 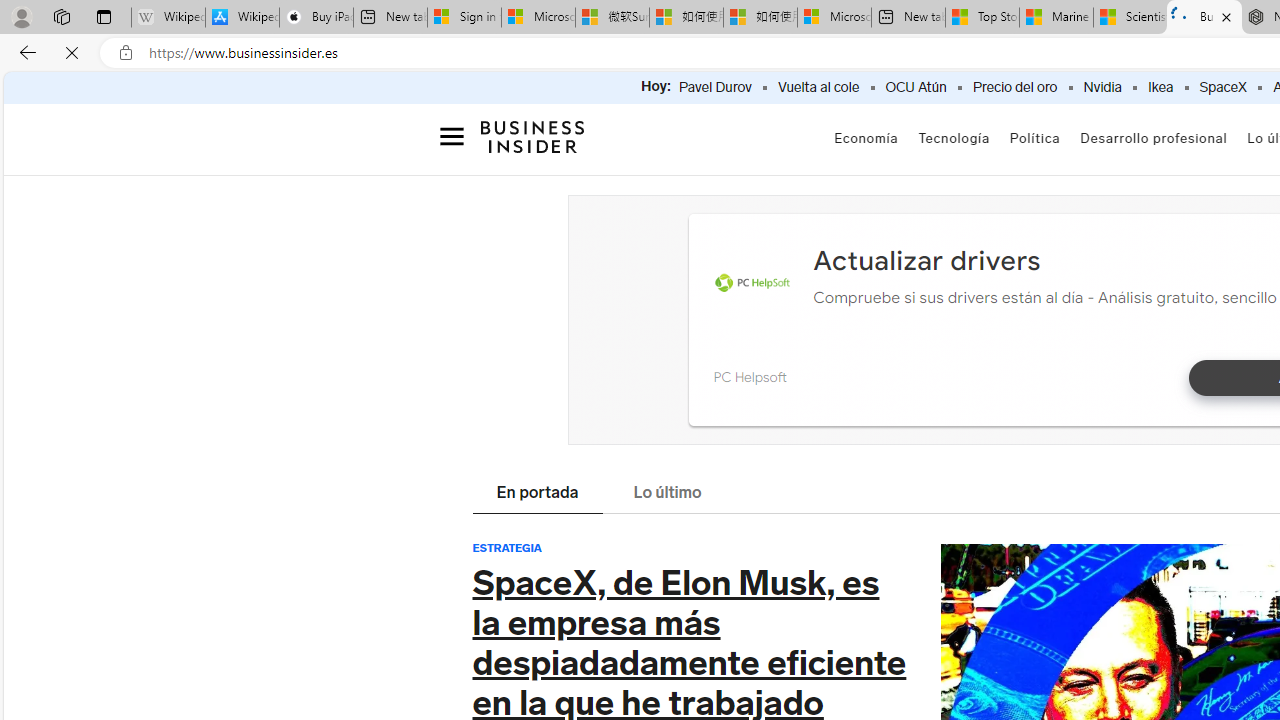 What do you see at coordinates (533, 141) in the screenshot?
I see `'Logo BusinessInsider.es'` at bounding box center [533, 141].